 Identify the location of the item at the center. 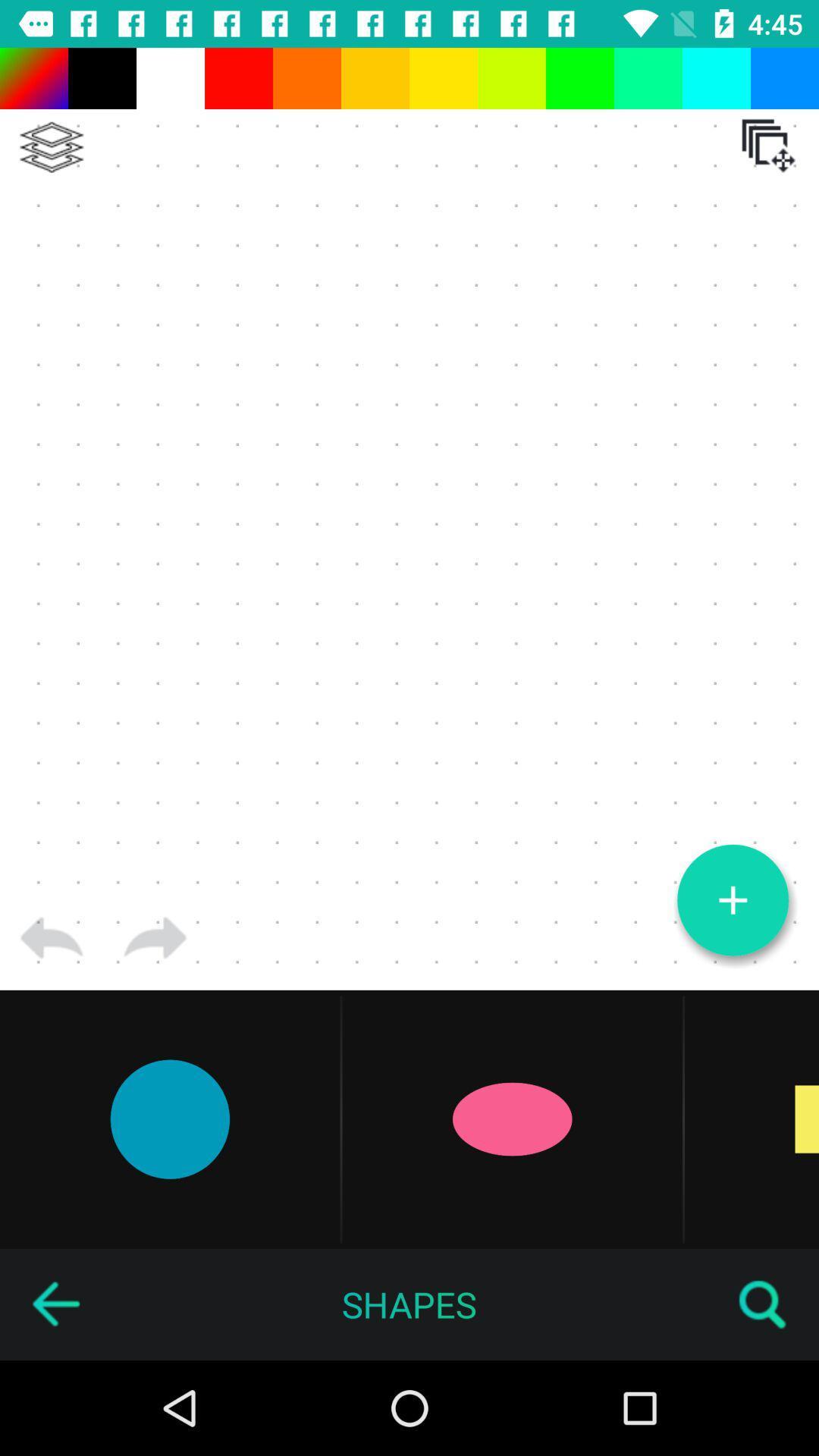
(409, 519).